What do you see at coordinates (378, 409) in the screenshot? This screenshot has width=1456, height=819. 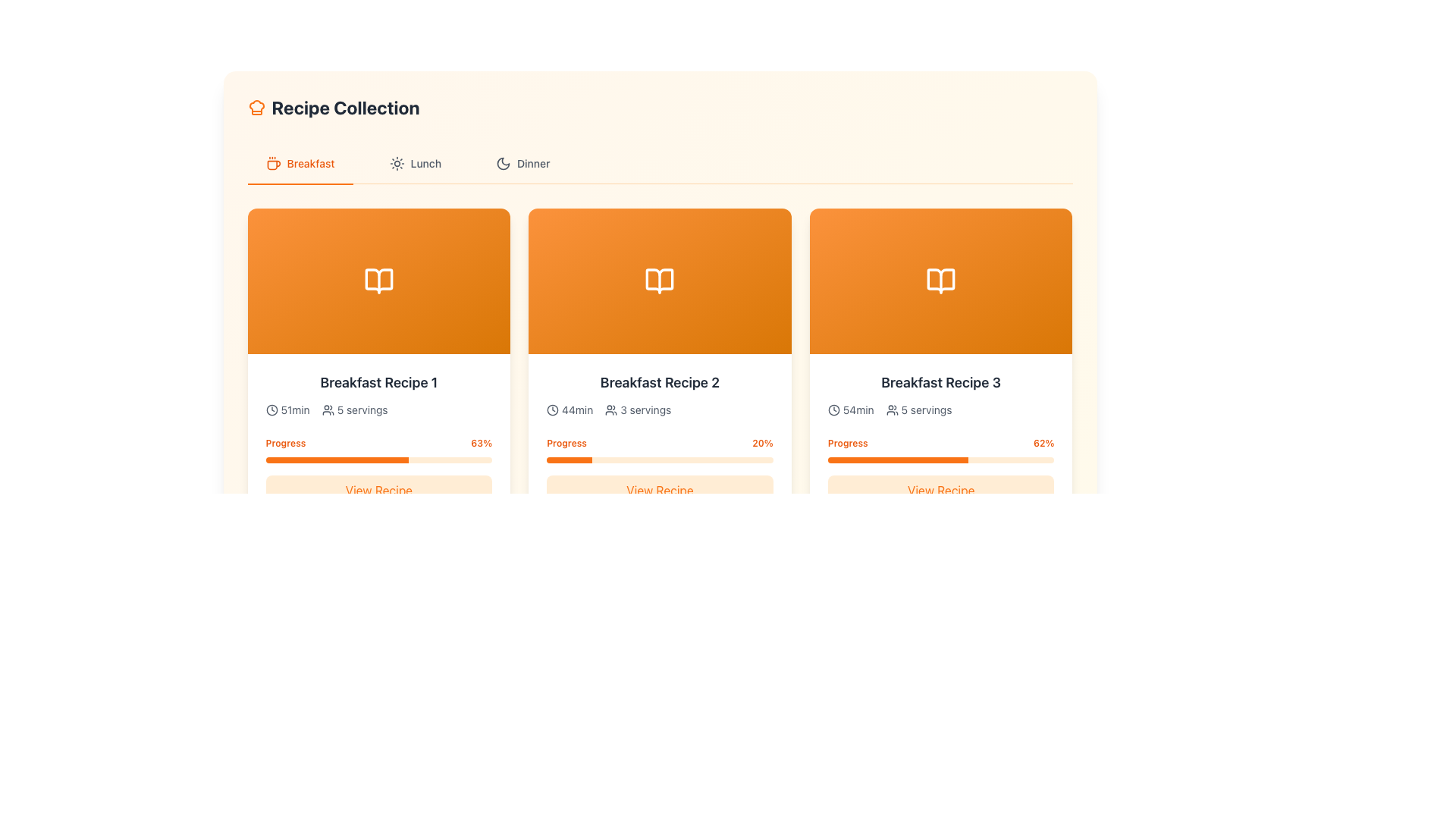 I see `metadata label displaying the preparation time and number of servings for the recipe, located below the title 'Breakfast Recipe 1'` at bounding box center [378, 409].